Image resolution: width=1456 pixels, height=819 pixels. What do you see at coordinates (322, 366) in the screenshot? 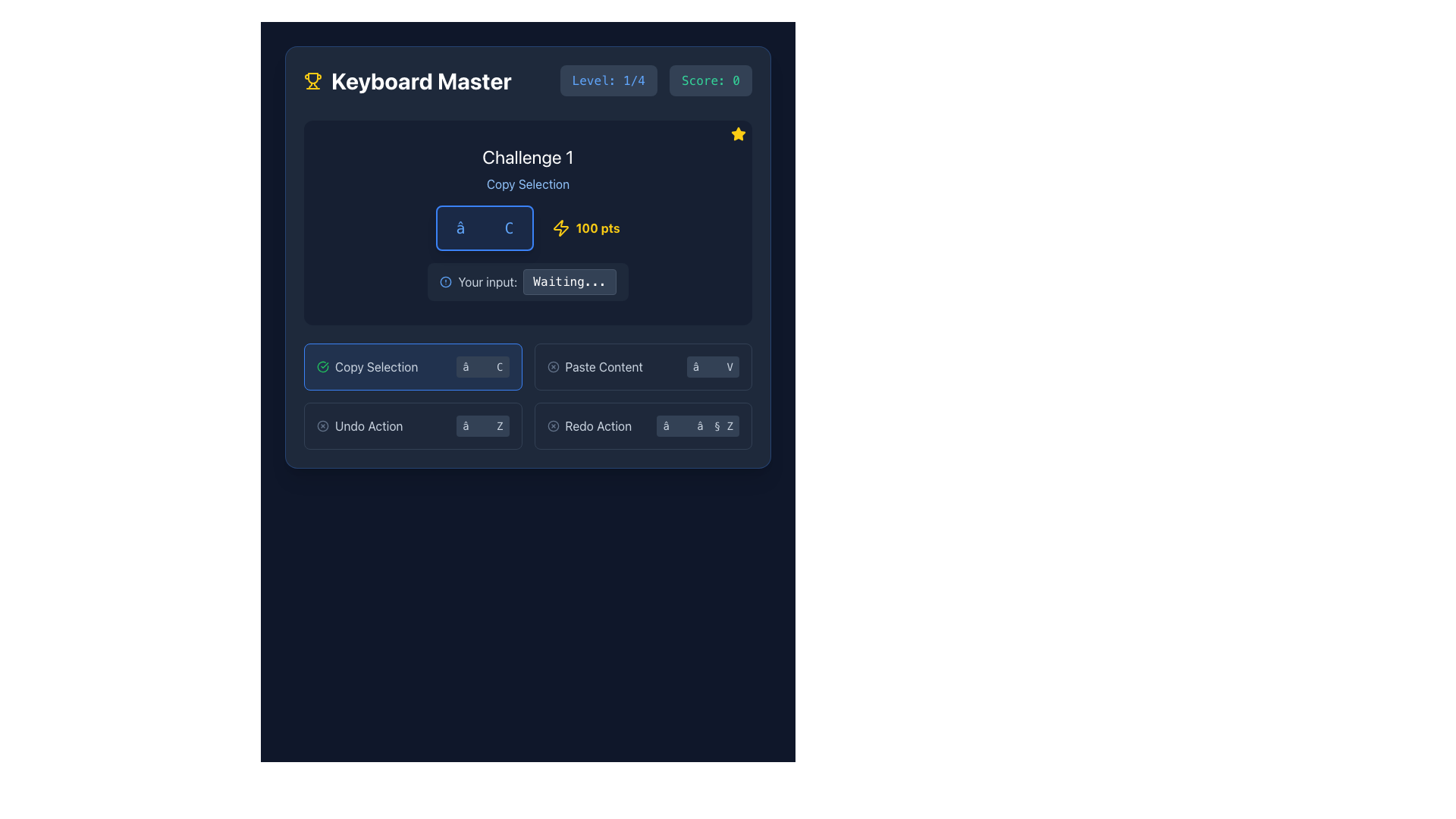
I see `the confirmation icon indicating a successful status for the 'Copy Selection' action, located next to the text 'Copy Selection' in the top-left portion of the grouped buttons section` at bounding box center [322, 366].